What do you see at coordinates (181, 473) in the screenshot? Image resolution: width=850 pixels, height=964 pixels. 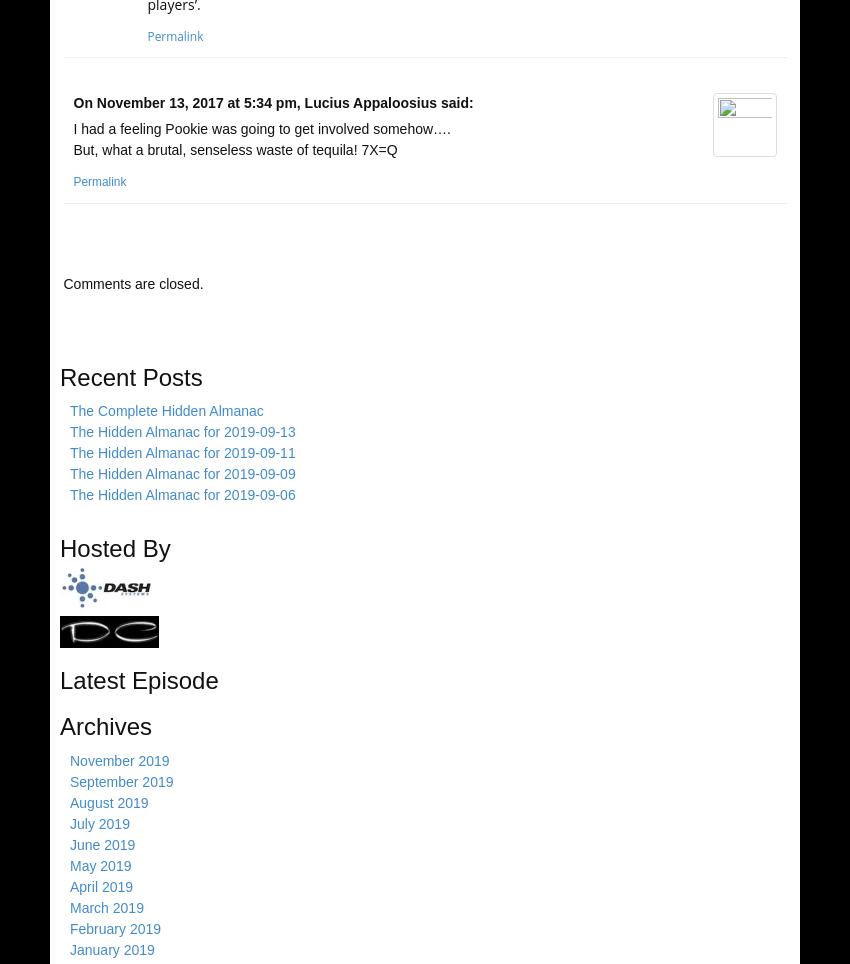 I see `'The Hidden Almanac for 2019-09-09'` at bounding box center [181, 473].